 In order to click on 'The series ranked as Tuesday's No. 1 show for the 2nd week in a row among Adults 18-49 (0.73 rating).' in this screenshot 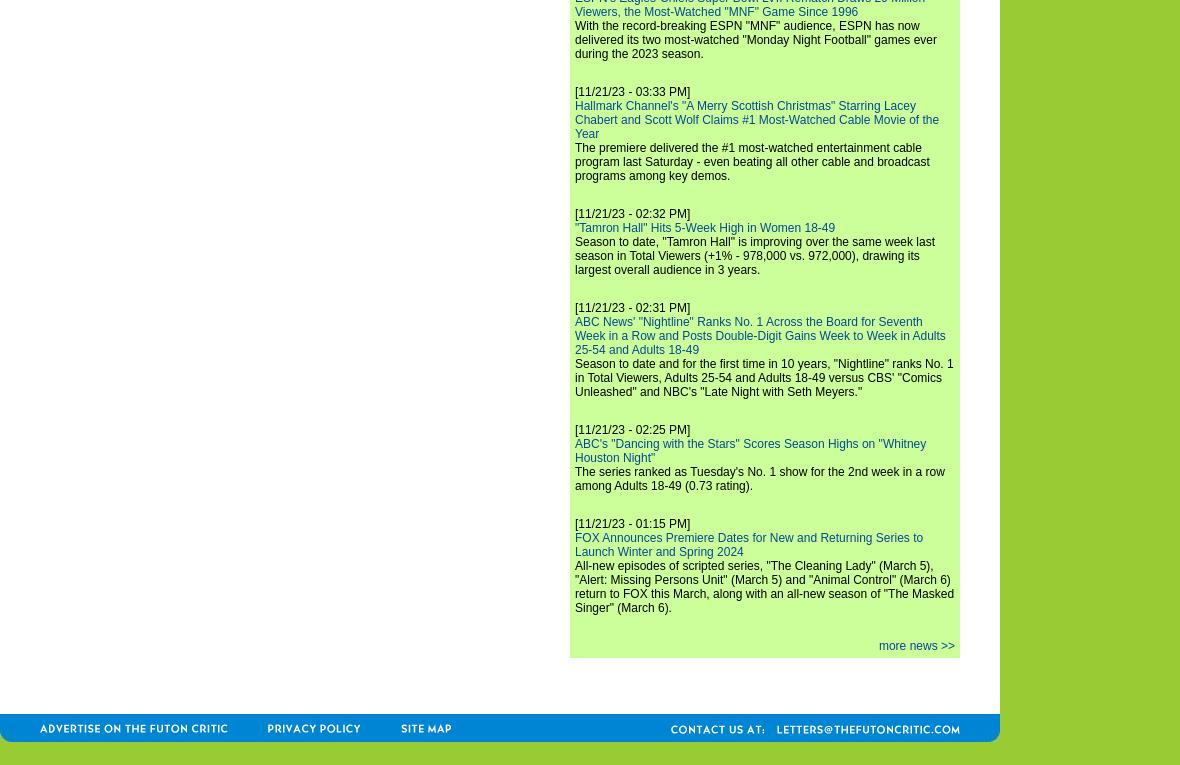, I will do `click(759, 478)`.